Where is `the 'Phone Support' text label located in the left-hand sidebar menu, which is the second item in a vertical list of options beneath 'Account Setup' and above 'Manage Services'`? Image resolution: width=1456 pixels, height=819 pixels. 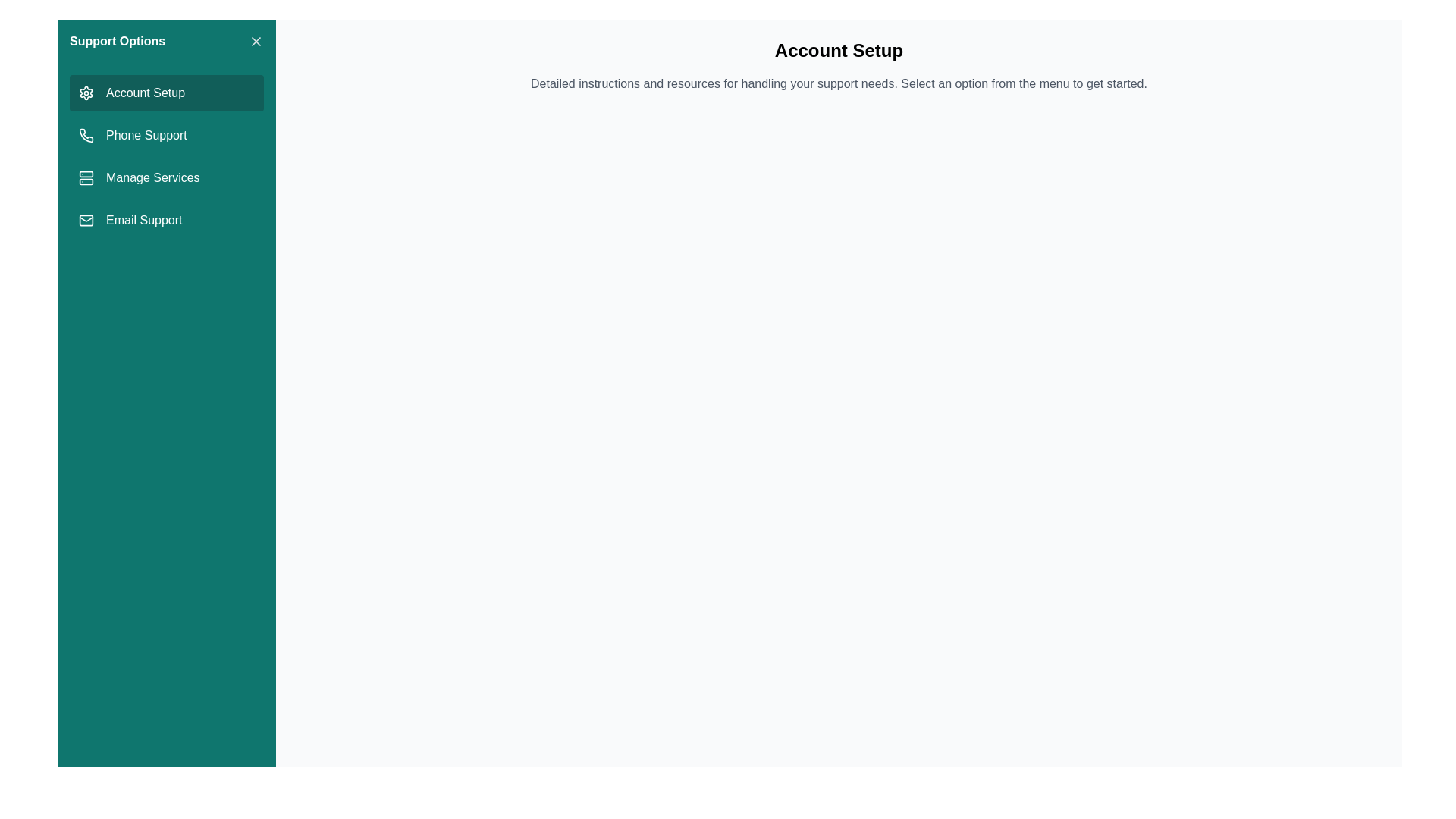
the 'Phone Support' text label located in the left-hand sidebar menu, which is the second item in a vertical list of options beneath 'Account Setup' and above 'Manage Services' is located at coordinates (146, 134).